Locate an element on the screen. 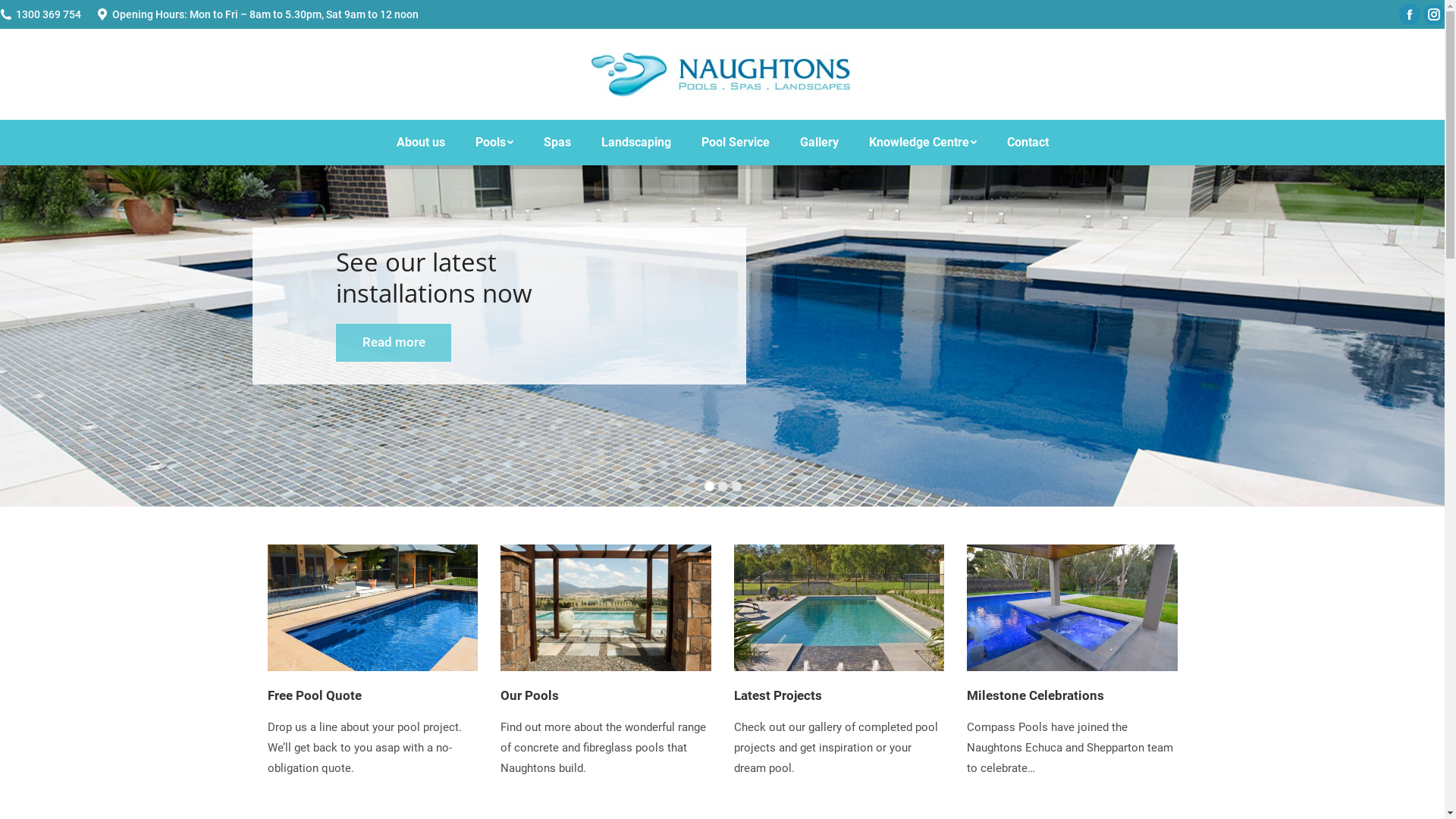  'Contact' is located at coordinates (1028, 143).